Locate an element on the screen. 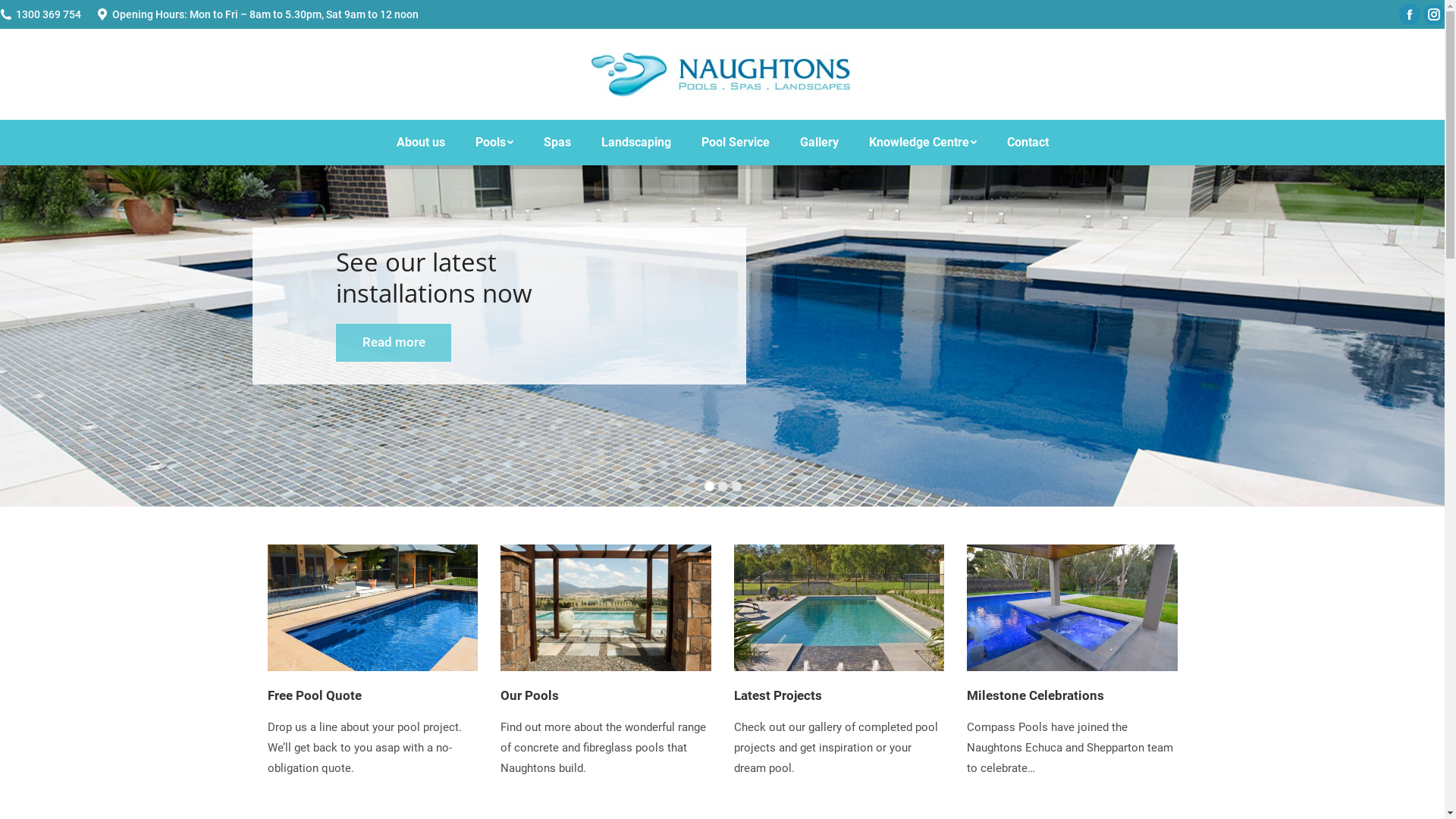  'Contact' is located at coordinates (1028, 143).